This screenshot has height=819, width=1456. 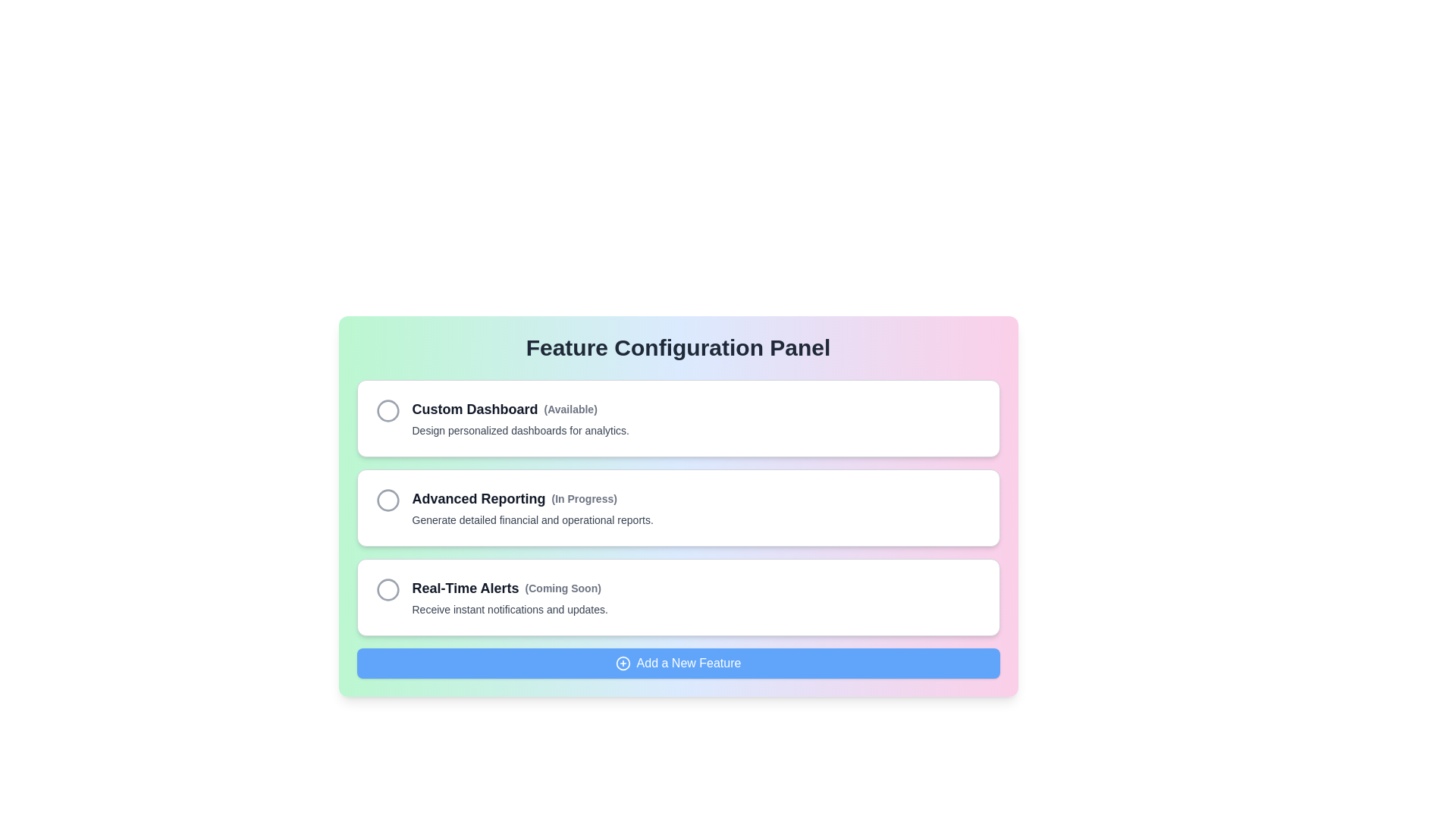 I want to click on the text block that provides information about the 'Custom Dashboard' feature, which is located in the 'Feature Configuration Panel' and is positioned above 'Advanced Reporting' and 'Real-Time Alerts', so click(x=520, y=418).